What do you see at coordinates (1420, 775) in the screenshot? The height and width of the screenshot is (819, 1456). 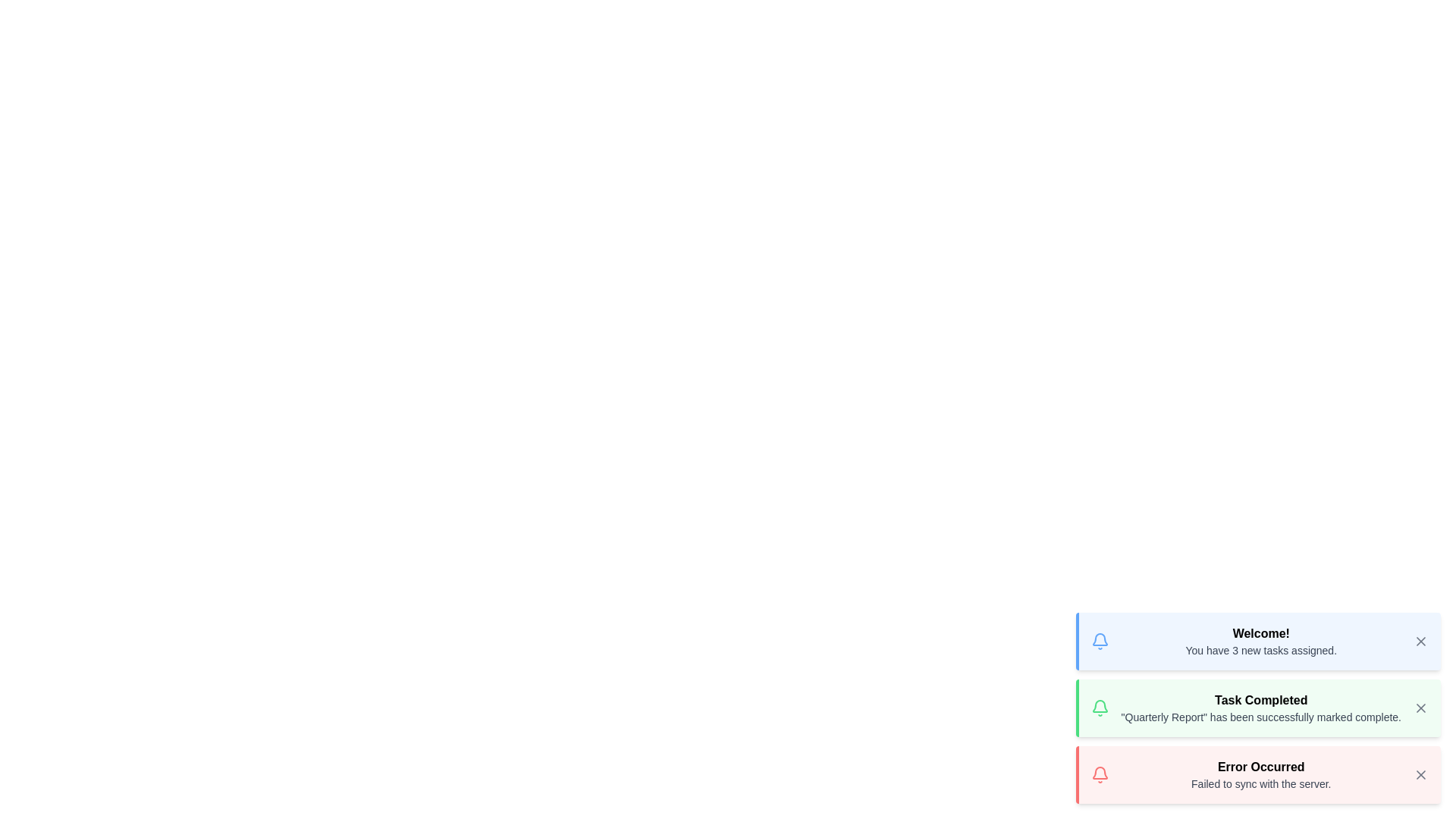 I see `the close button located at the top-right corner of the 'Error Occurred' notification` at bounding box center [1420, 775].